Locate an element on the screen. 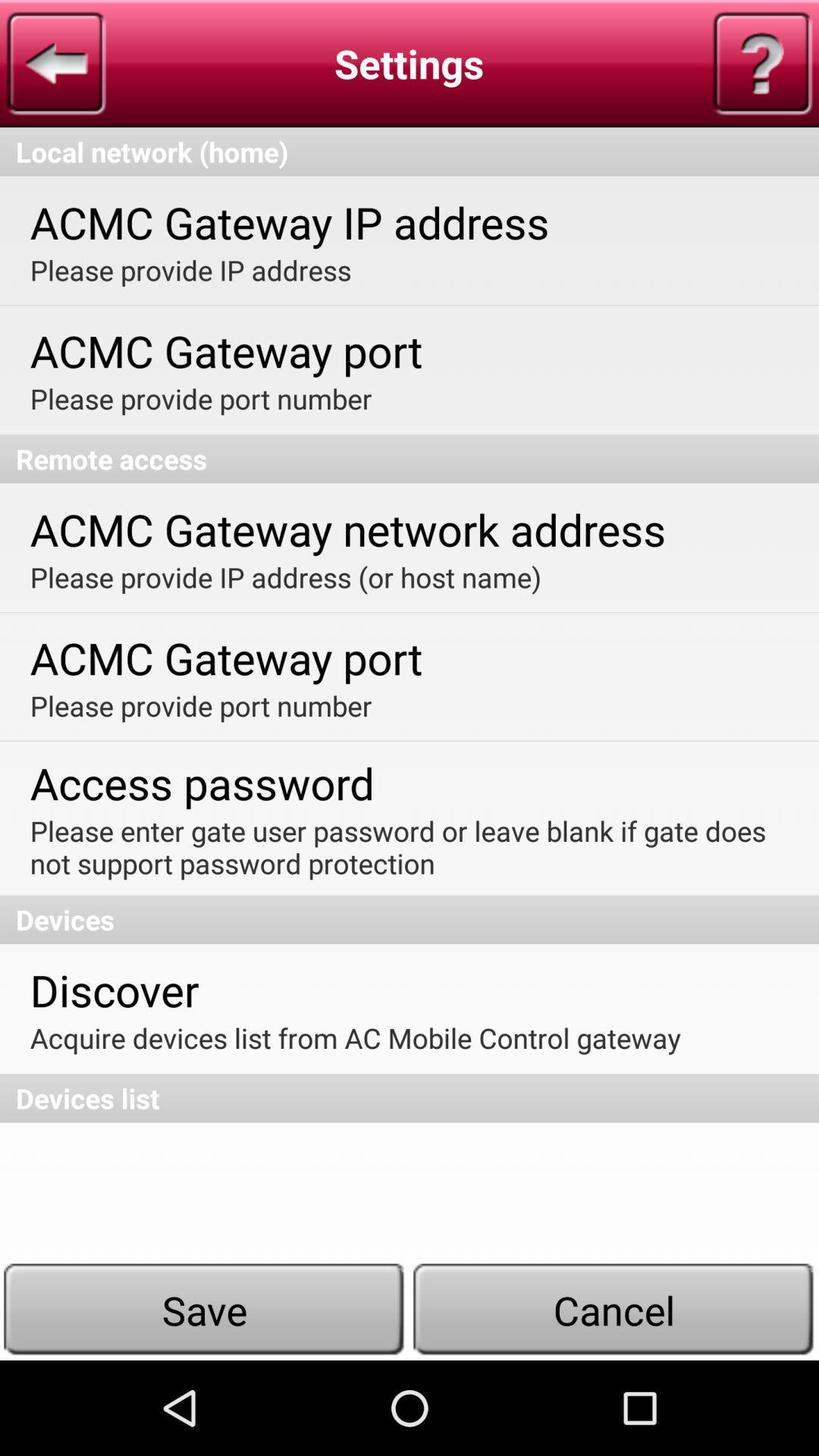  the save is located at coordinates (205, 1309).